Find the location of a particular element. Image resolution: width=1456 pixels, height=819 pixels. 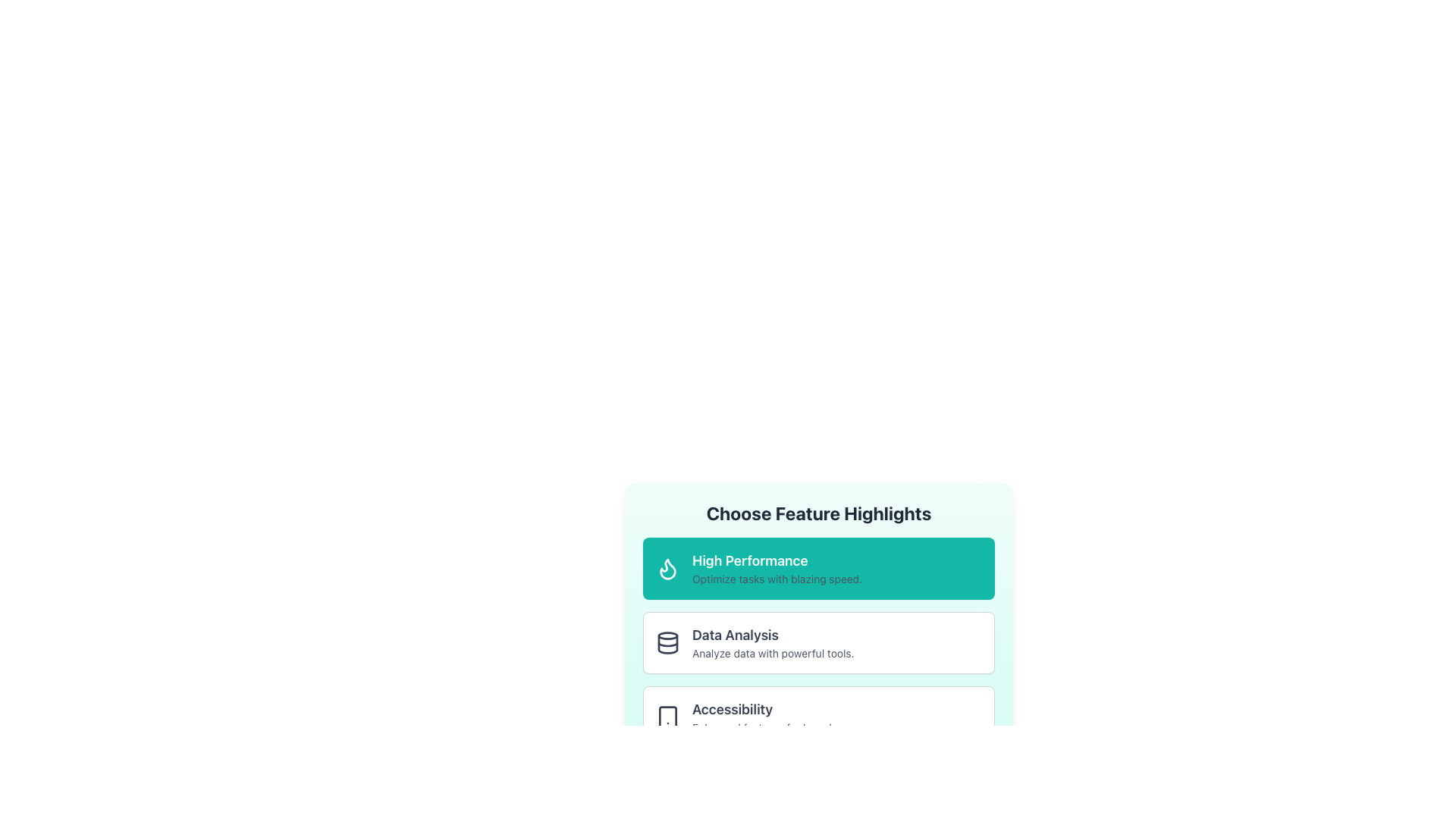

the Text Label that provides insight into the 'Data Analysis' feature, located directly beneath its section title is located at coordinates (773, 652).